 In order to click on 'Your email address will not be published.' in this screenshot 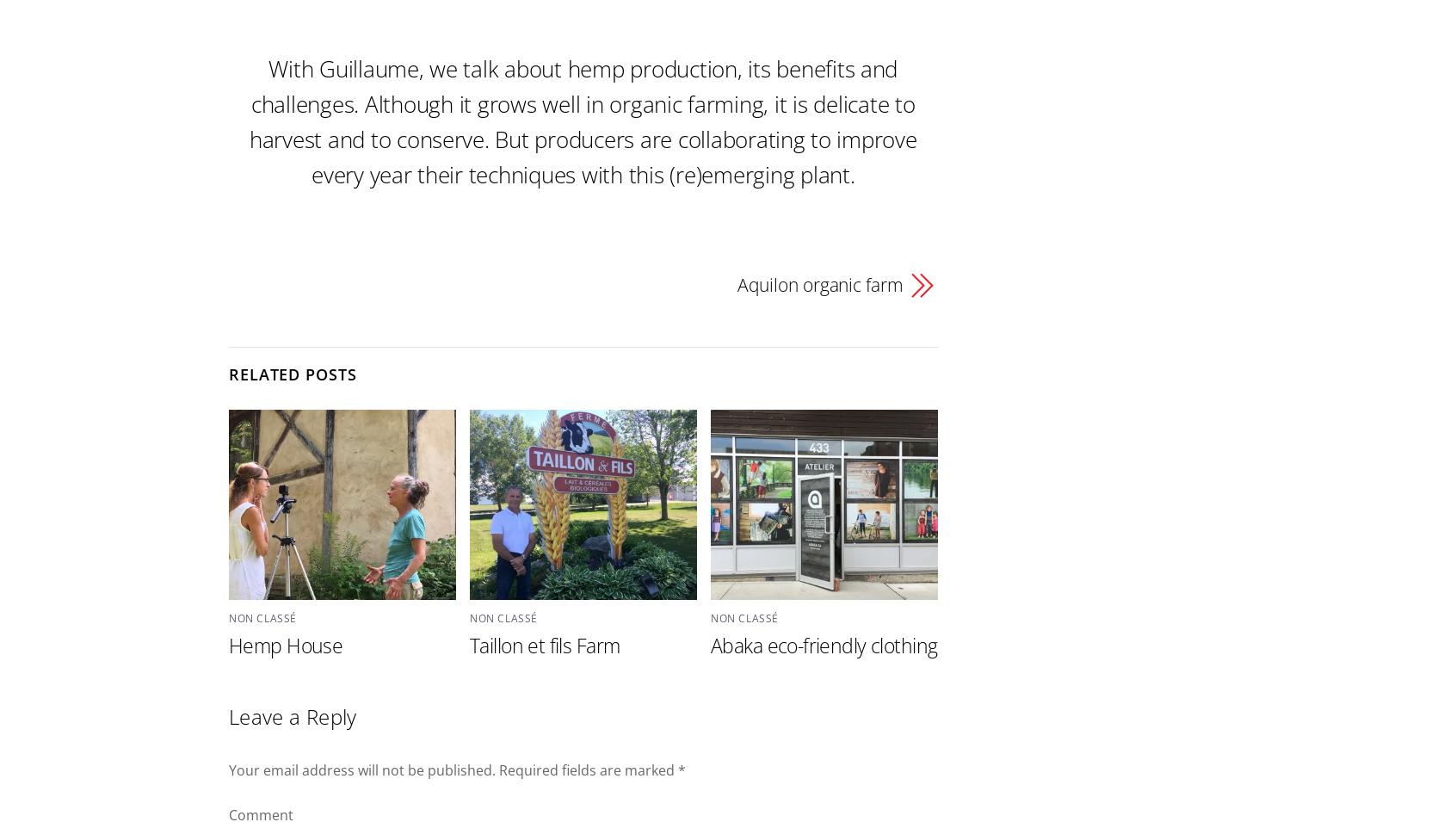, I will do `click(228, 769)`.